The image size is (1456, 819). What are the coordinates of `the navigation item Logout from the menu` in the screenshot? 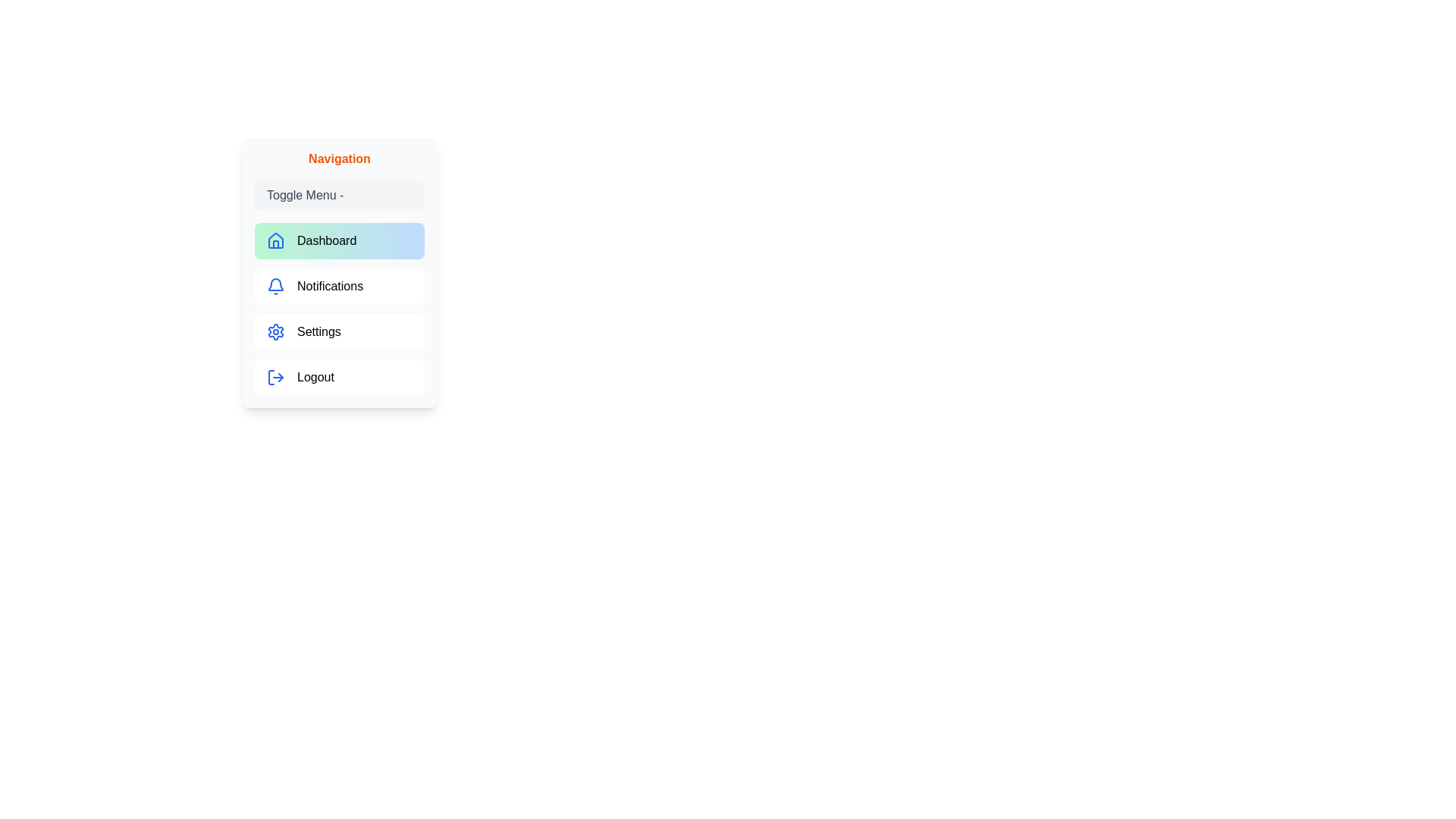 It's located at (338, 376).